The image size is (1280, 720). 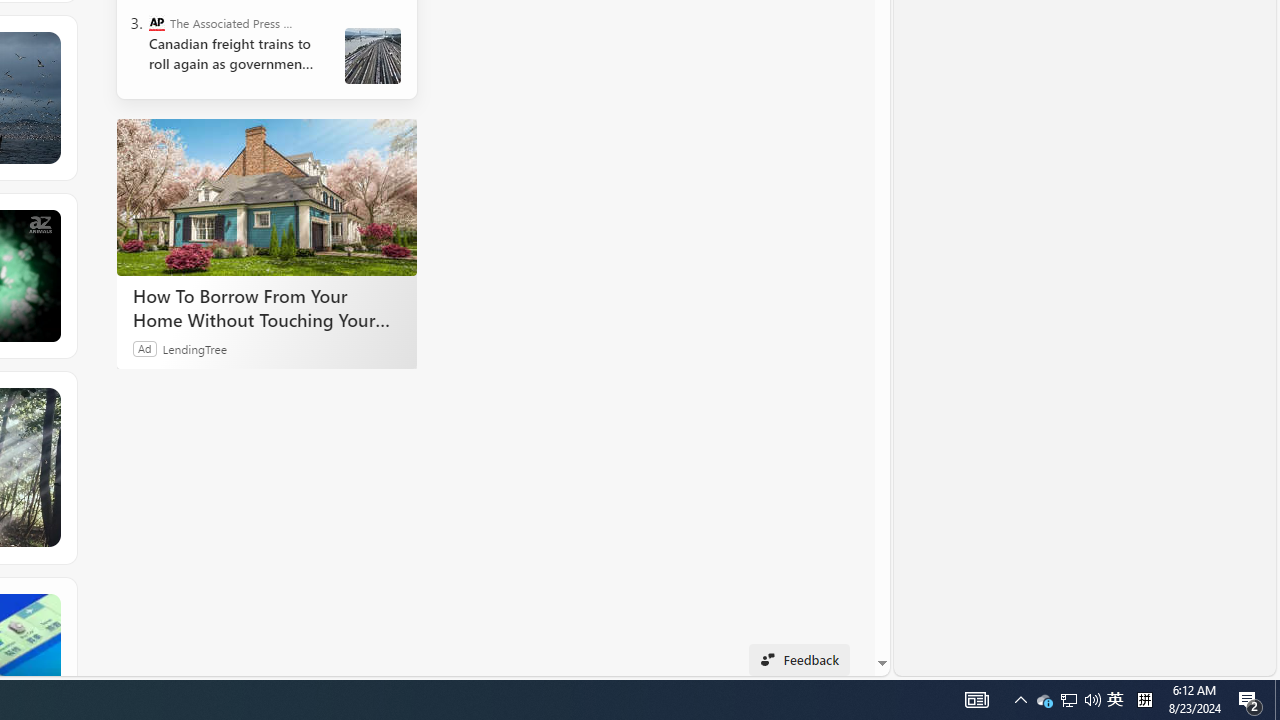 I want to click on 'LendingTree', so click(x=195, y=347).